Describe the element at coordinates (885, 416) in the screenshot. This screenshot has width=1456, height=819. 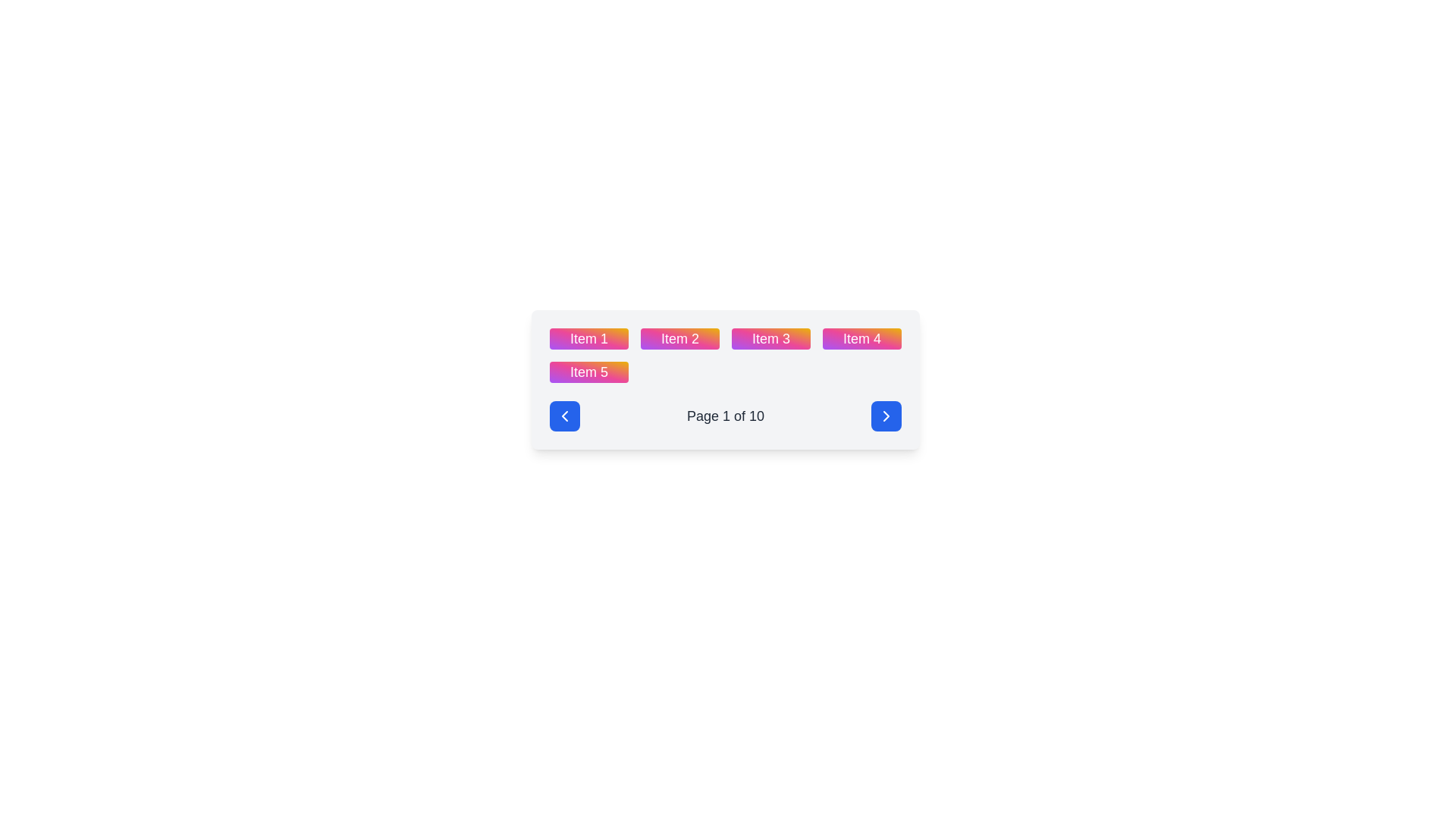
I see `the rectangular button with a solid blue background and a right-pointing chevron icon` at that location.